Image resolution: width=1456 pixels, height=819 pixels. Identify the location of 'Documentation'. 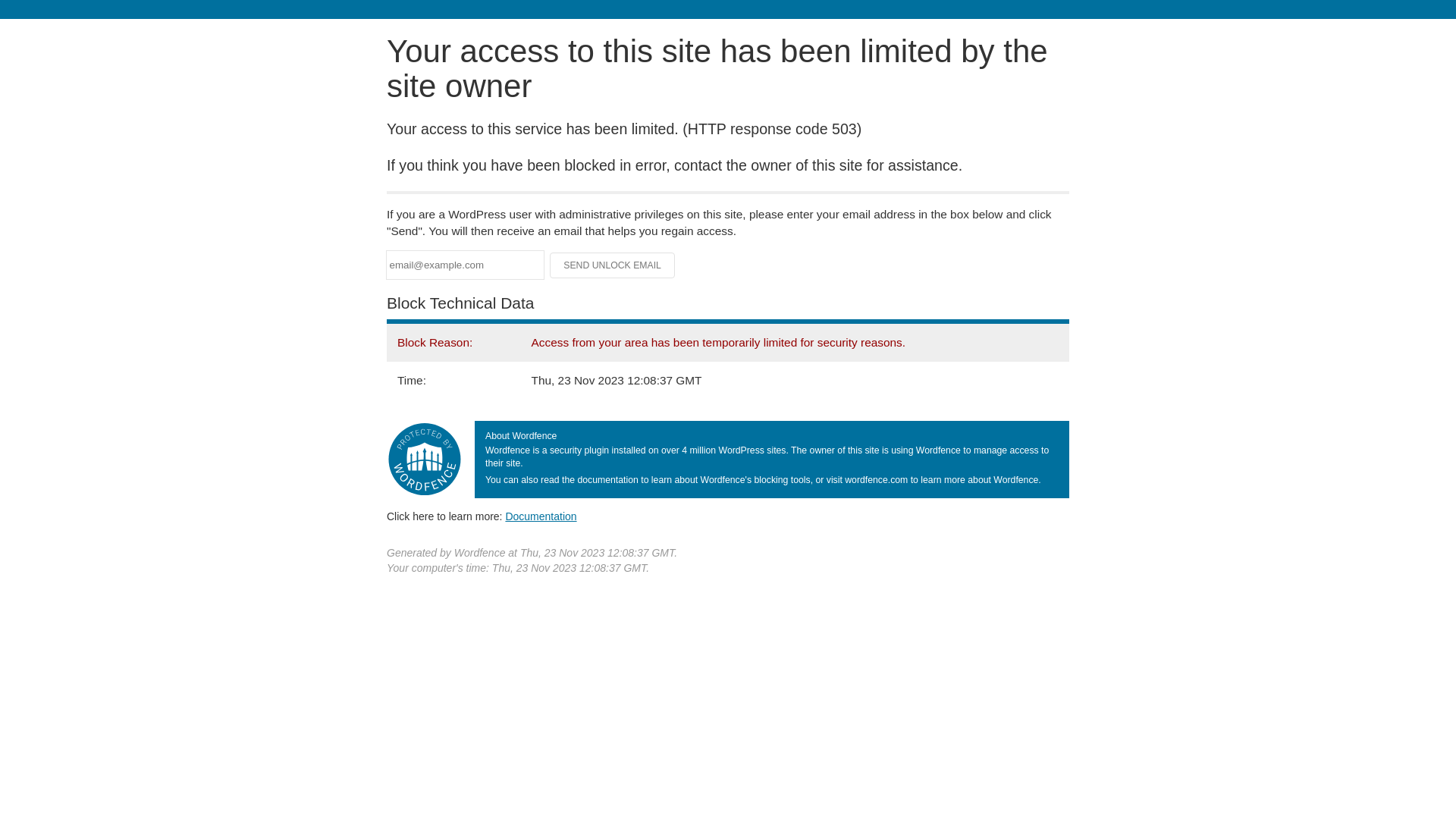
(541, 516).